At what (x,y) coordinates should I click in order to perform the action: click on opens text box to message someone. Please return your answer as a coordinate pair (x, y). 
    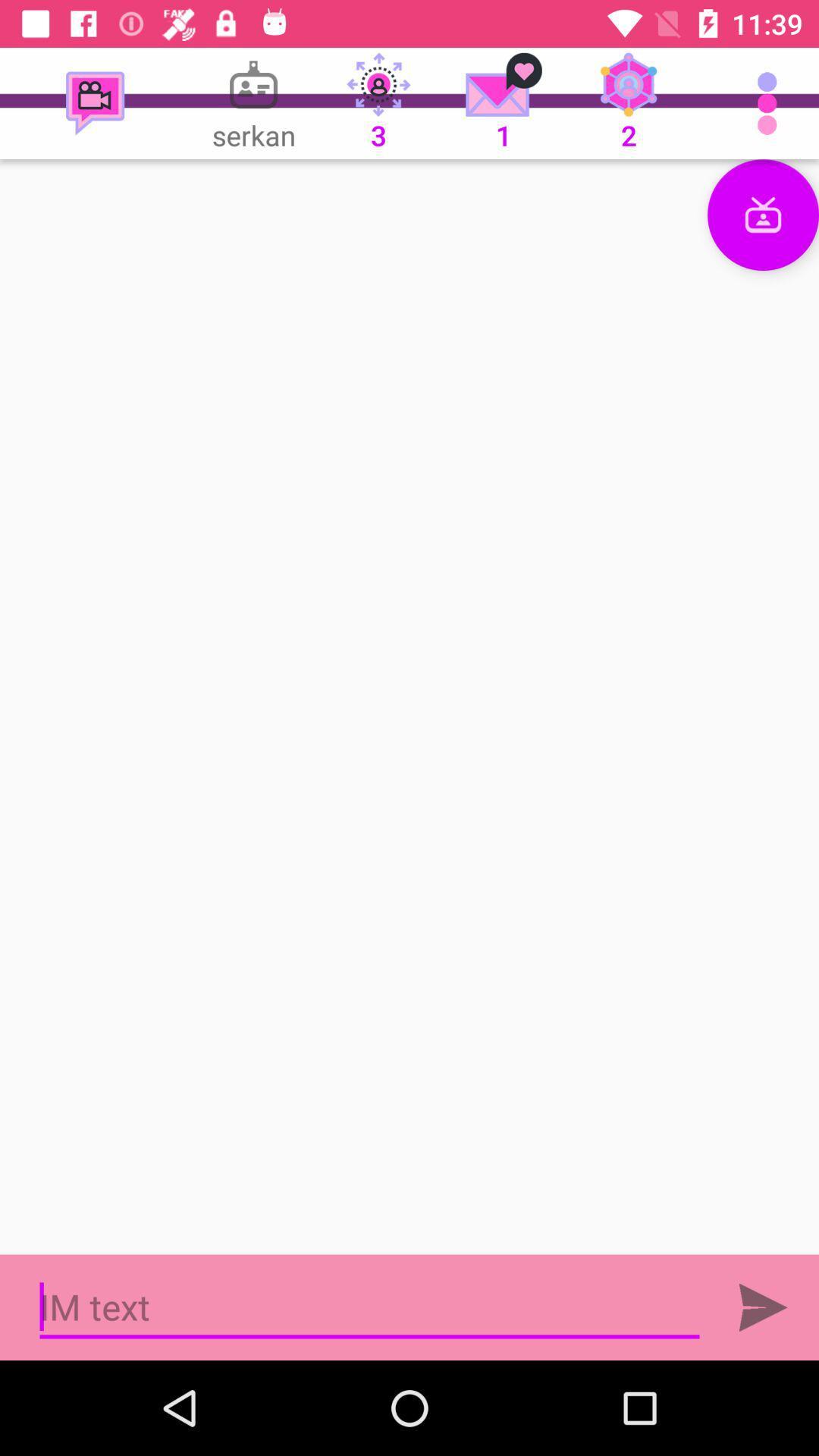
    Looking at the image, I should click on (369, 1307).